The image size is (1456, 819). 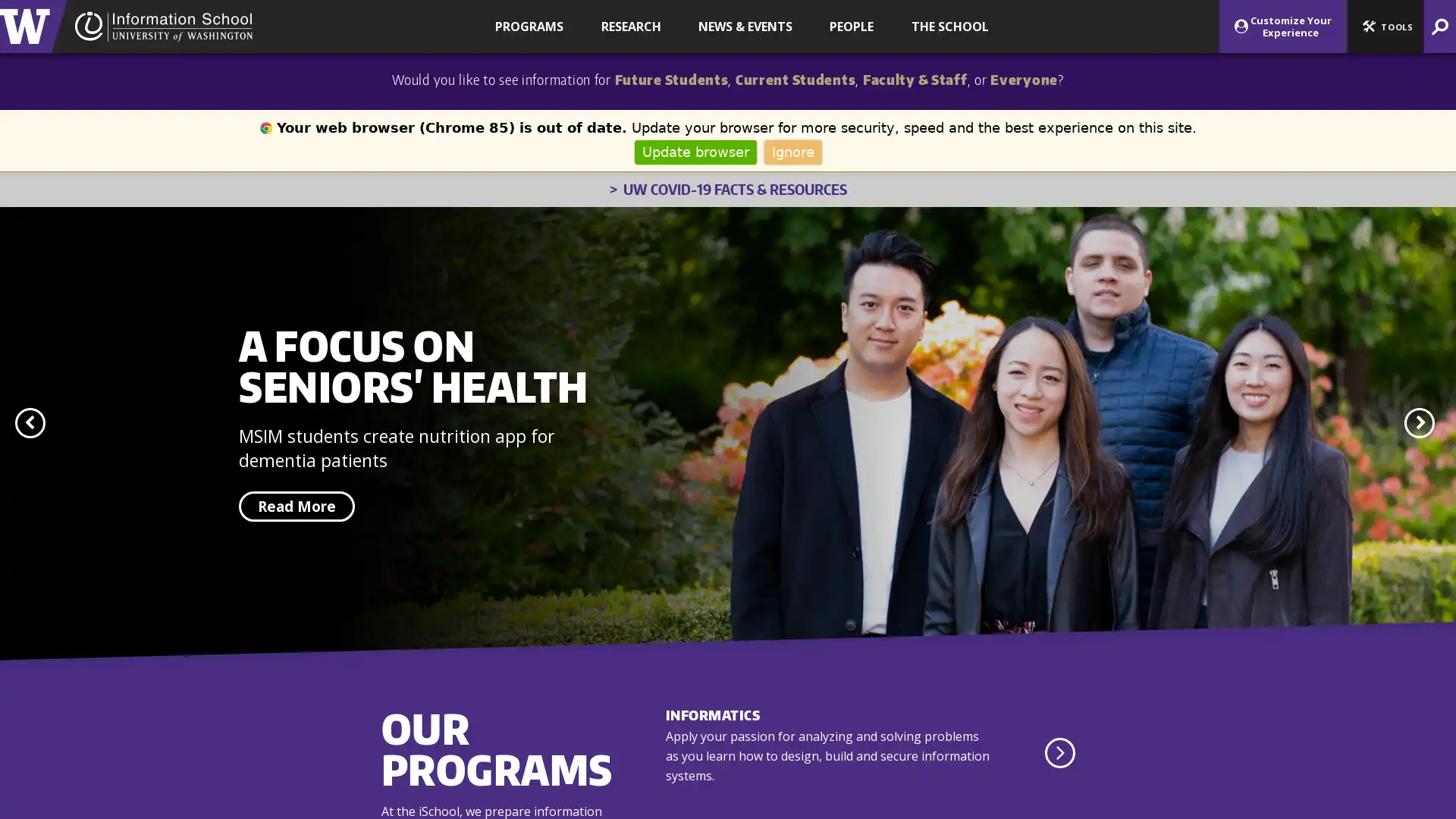 What do you see at coordinates (1419, 423) in the screenshot?
I see `Next` at bounding box center [1419, 423].